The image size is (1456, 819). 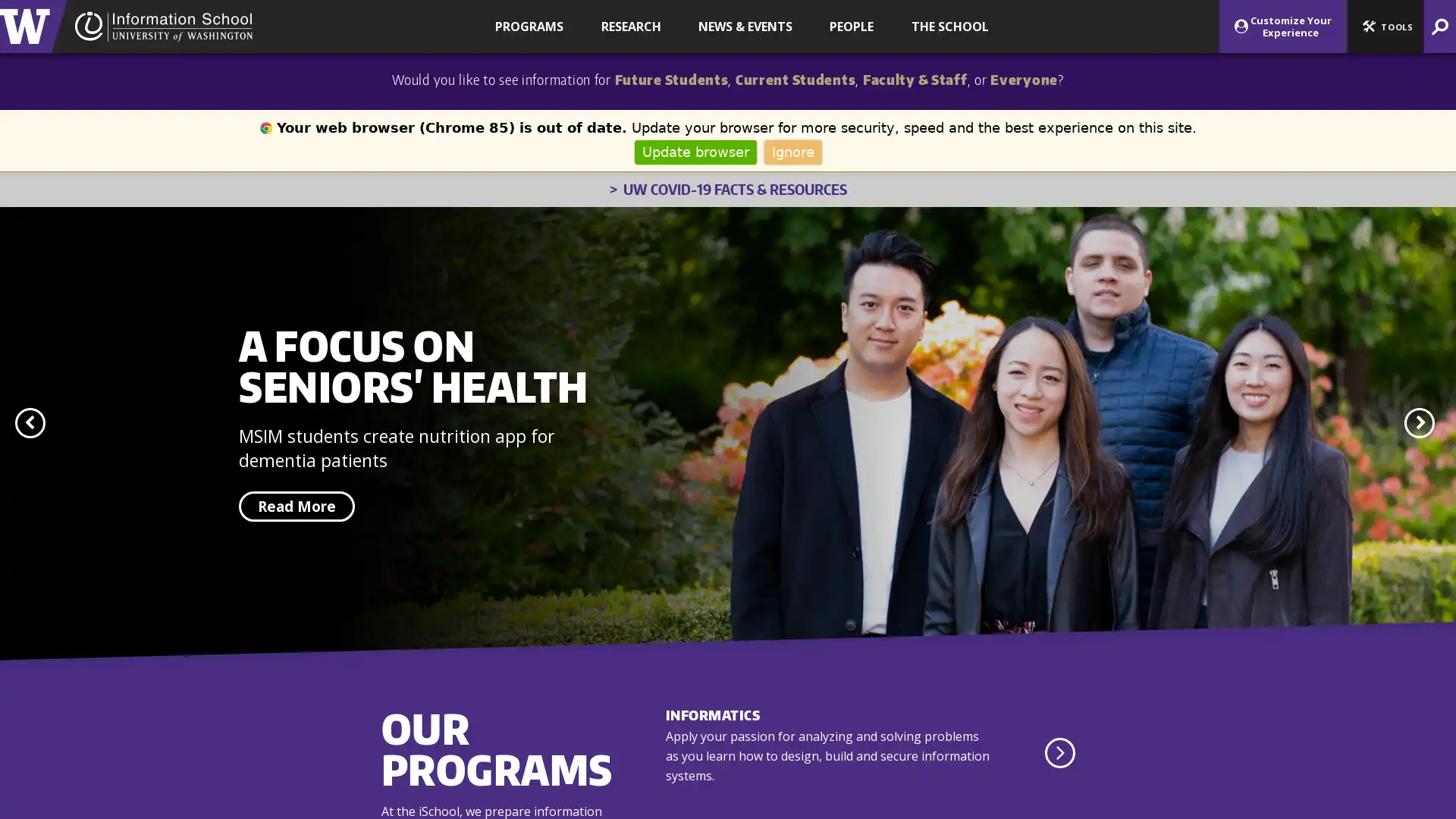 What do you see at coordinates (1419, 423) in the screenshot?
I see `Next` at bounding box center [1419, 423].